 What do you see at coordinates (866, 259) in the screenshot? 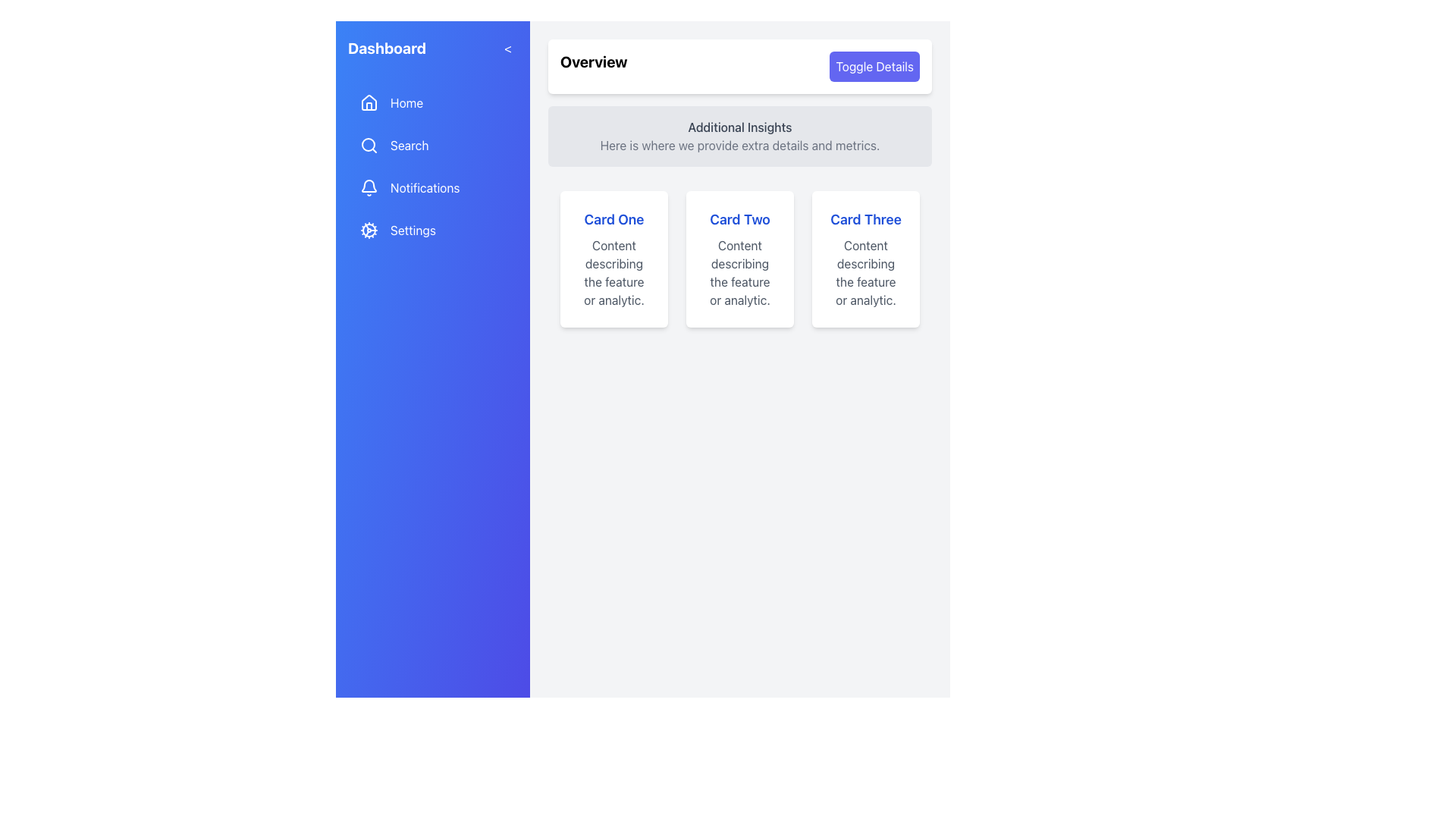
I see `the Informational Card titled 'Card Three', which features bold blue text at the top and is positioned to the far right in a three-card layout` at bounding box center [866, 259].